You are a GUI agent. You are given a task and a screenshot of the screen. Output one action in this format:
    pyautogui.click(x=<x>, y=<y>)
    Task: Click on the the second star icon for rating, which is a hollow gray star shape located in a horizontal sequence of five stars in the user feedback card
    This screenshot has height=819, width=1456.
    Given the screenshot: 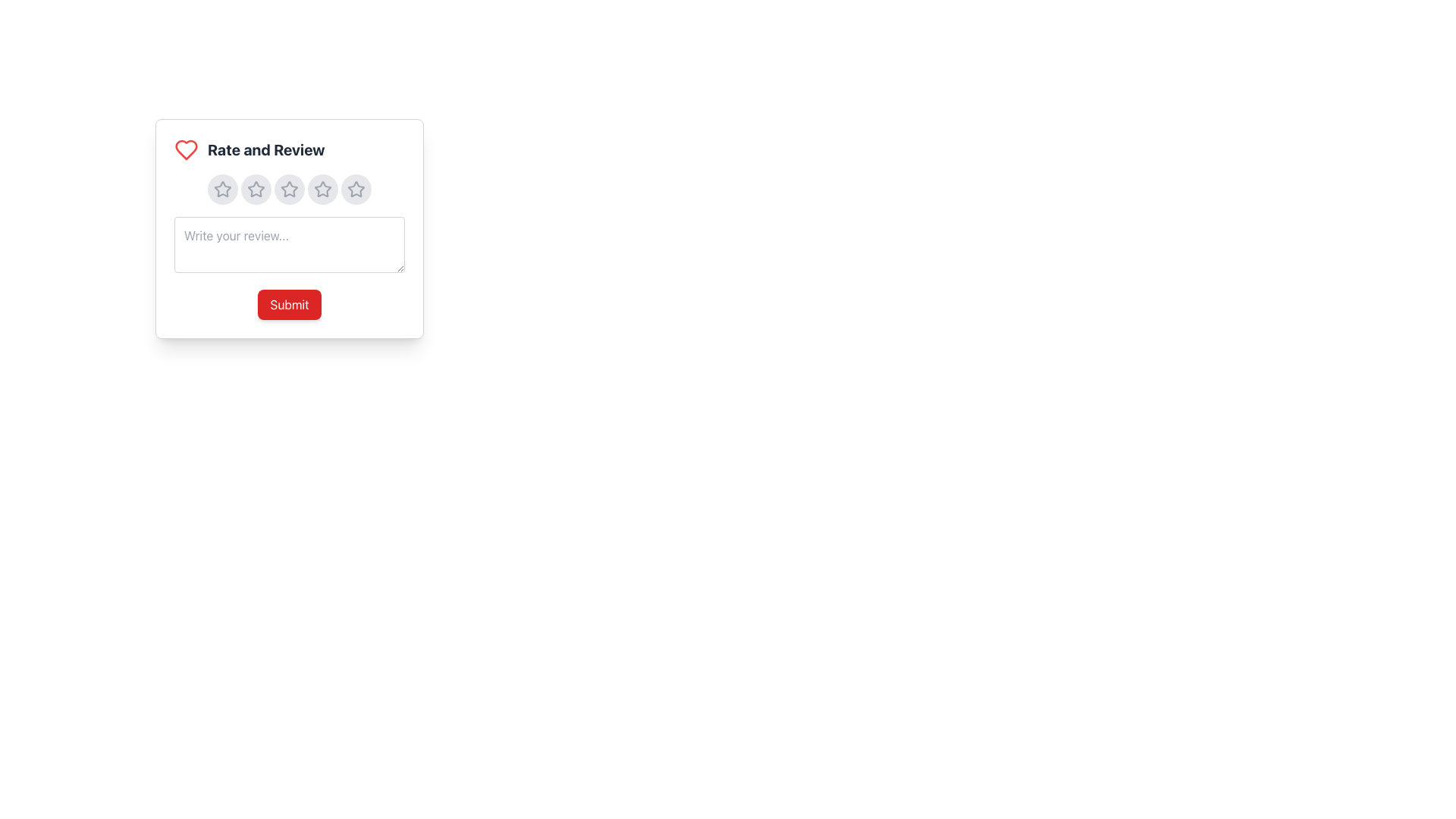 What is the action you would take?
    pyautogui.click(x=256, y=188)
    